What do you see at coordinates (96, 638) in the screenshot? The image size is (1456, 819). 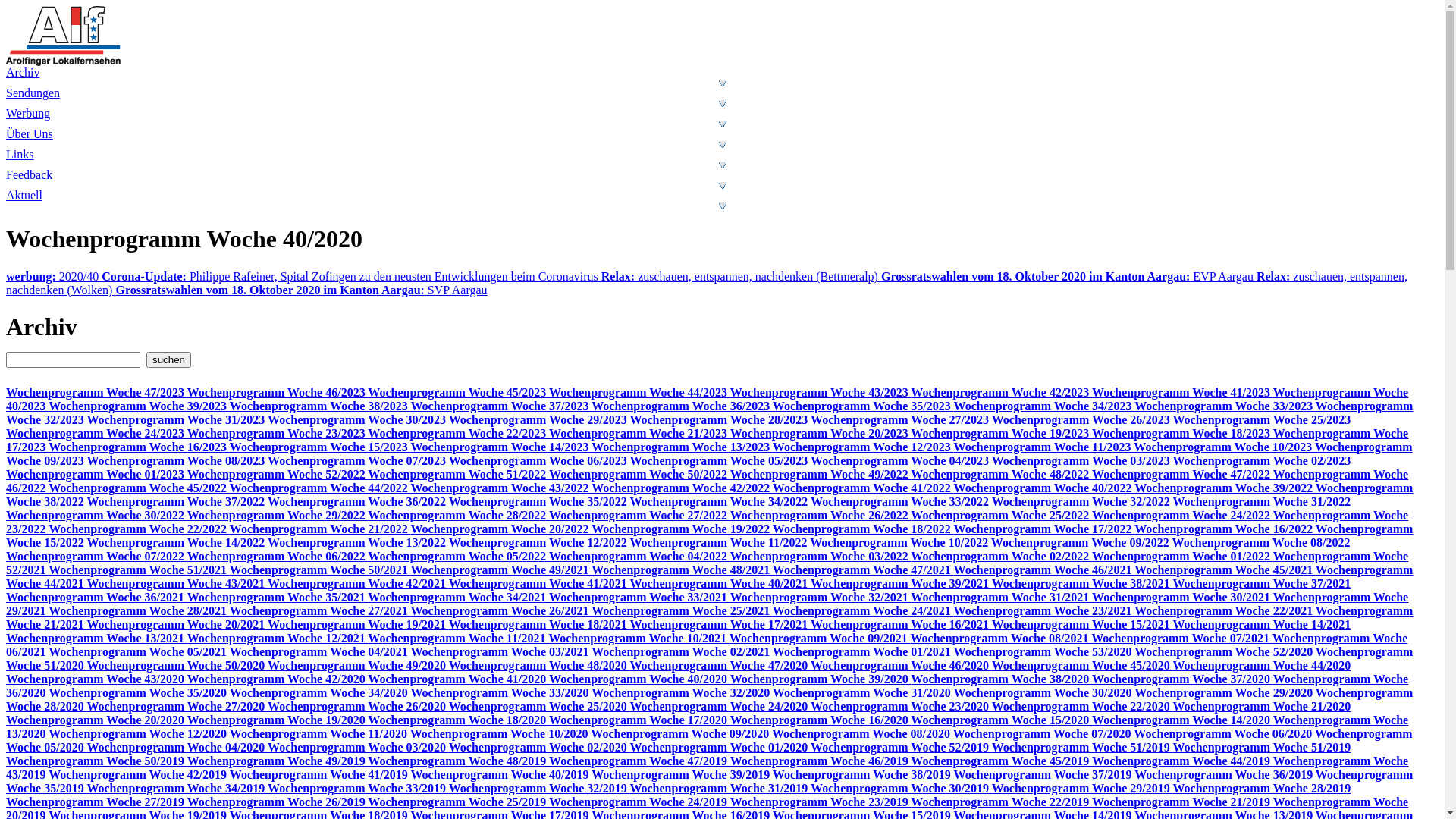 I see `'Wochenprogramm Woche 13/2021'` at bounding box center [96, 638].